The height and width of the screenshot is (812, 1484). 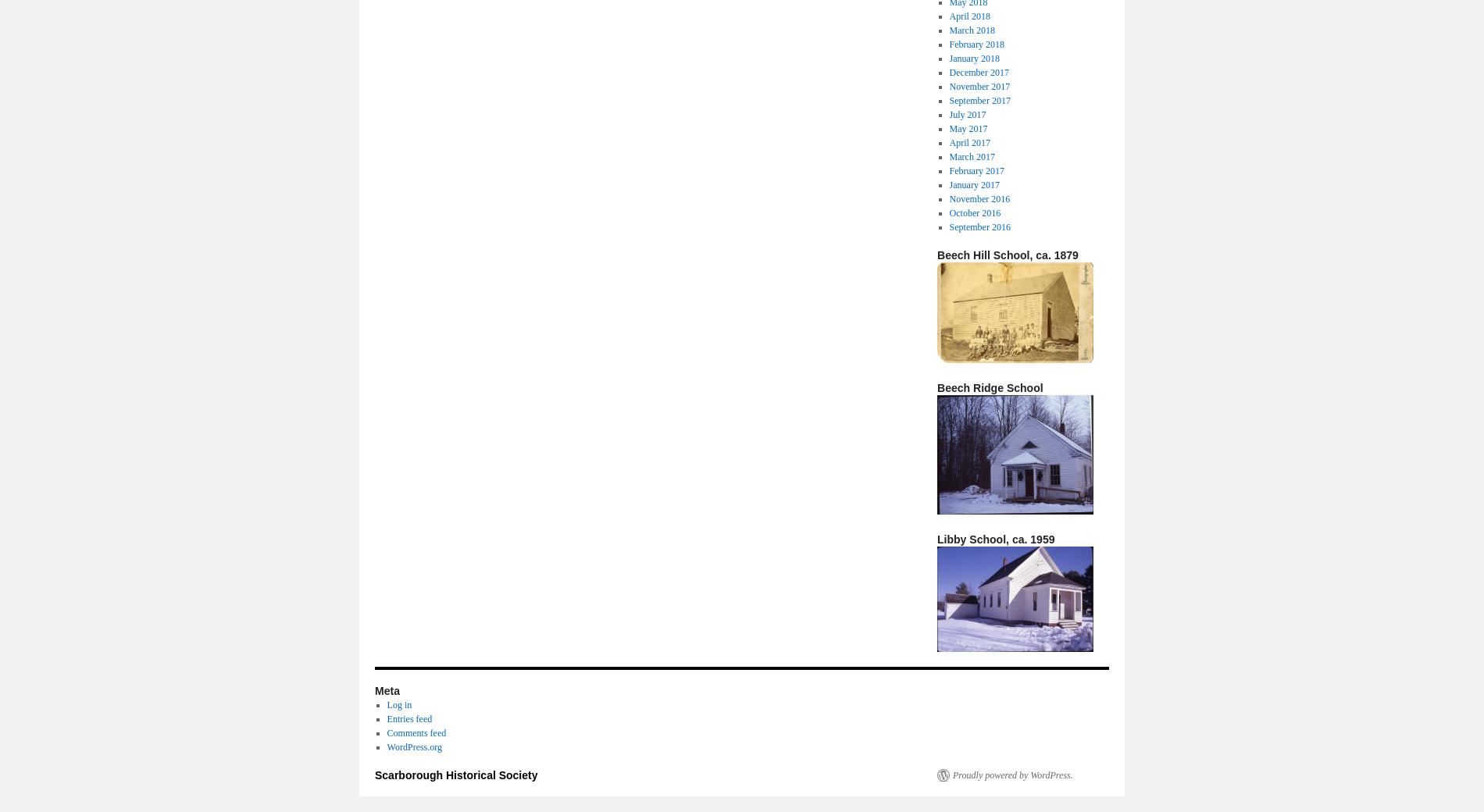 I want to click on 'February 2017', so click(x=976, y=171).